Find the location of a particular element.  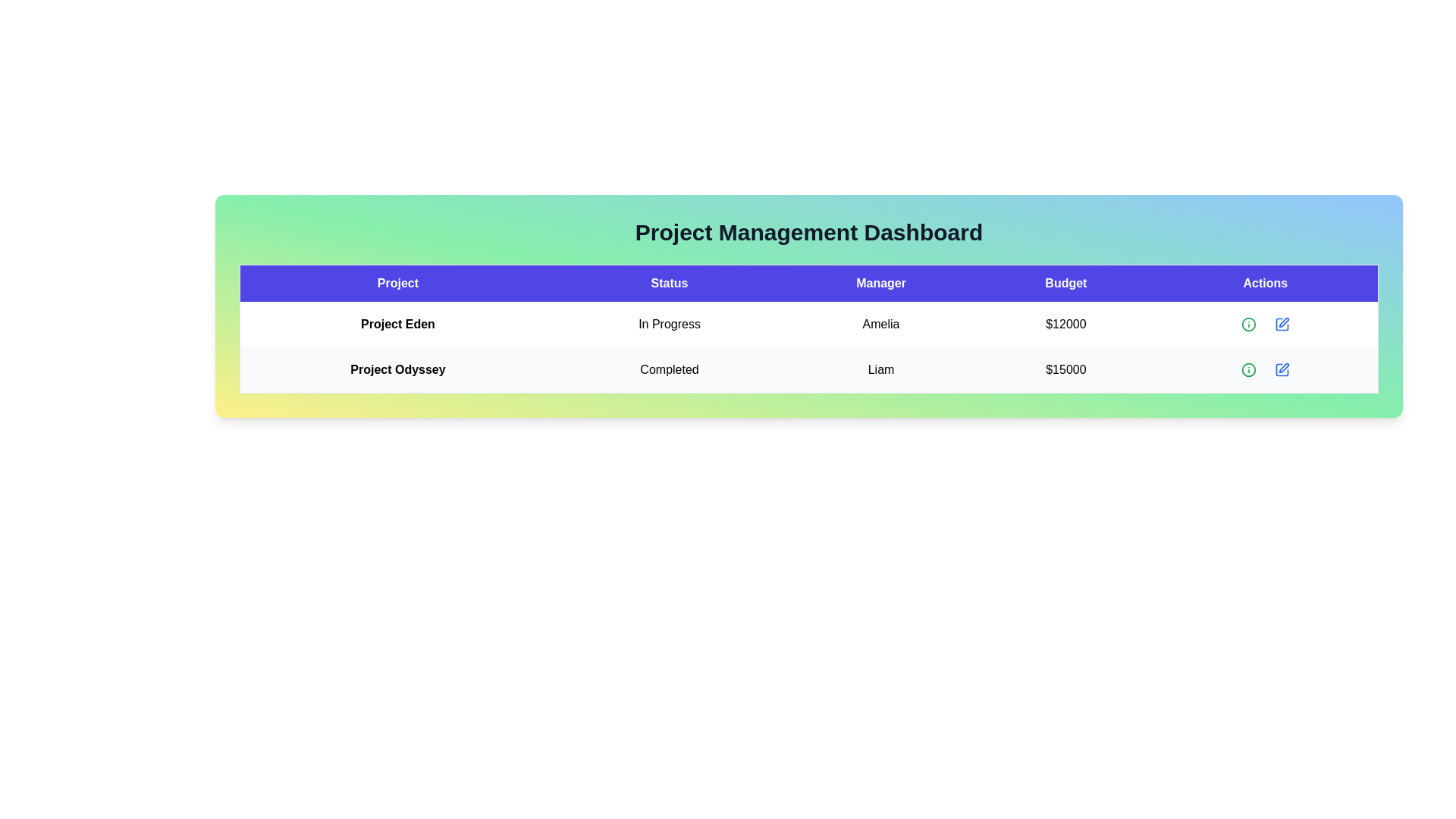

the information icon located in the 'Actions' column of the second row in the table, adjacent to the pencil icon is located at coordinates (1248, 370).